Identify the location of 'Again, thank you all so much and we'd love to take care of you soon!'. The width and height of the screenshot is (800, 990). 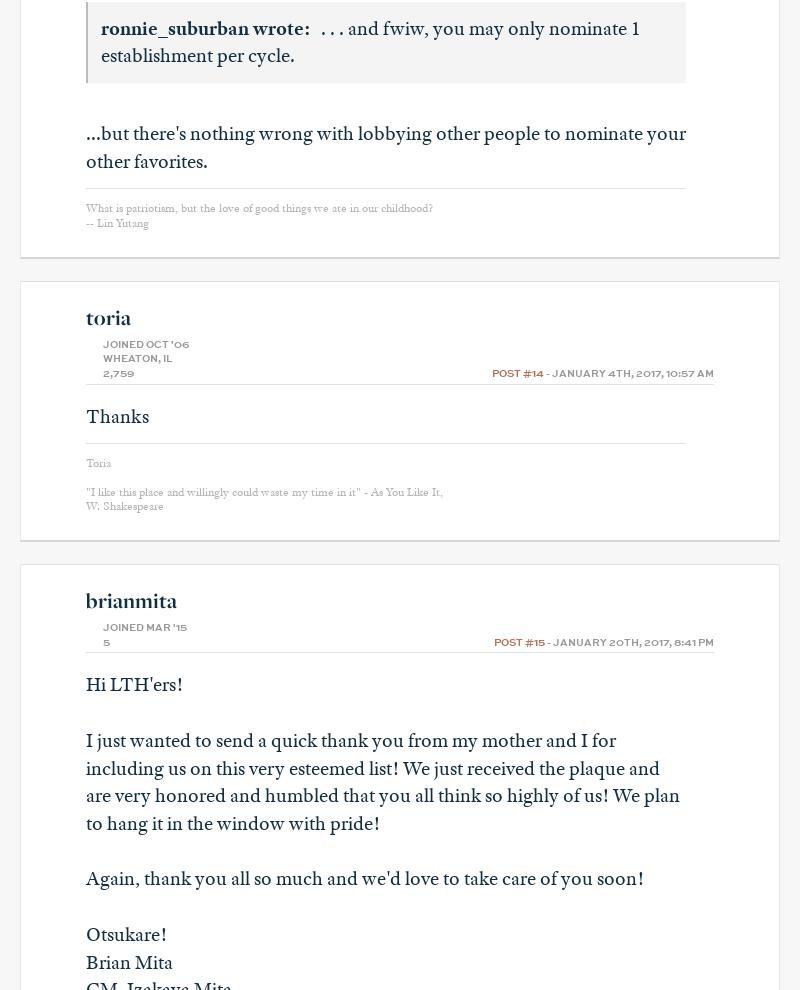
(86, 878).